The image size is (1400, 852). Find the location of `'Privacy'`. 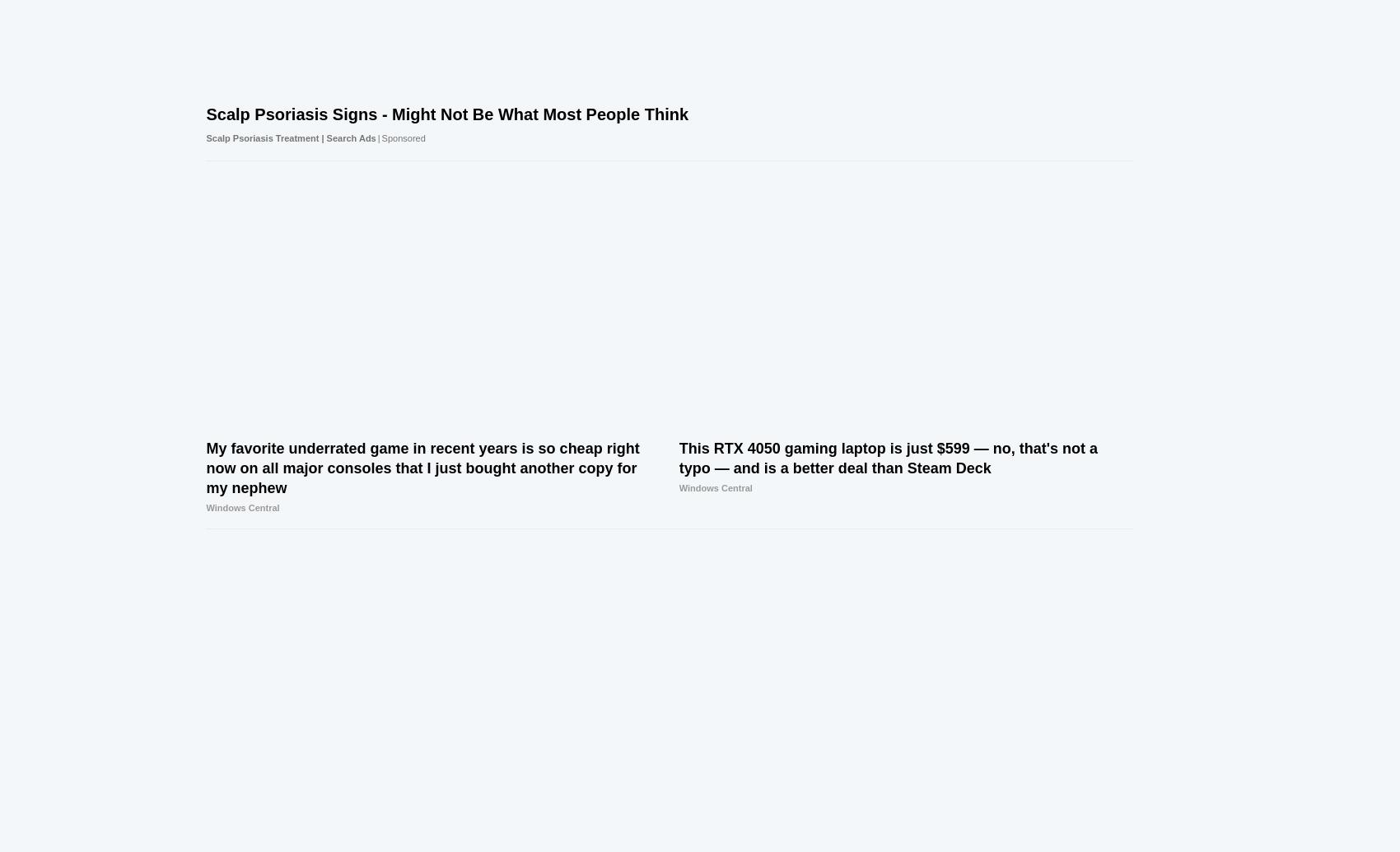

'Privacy' is located at coordinates (742, 831).